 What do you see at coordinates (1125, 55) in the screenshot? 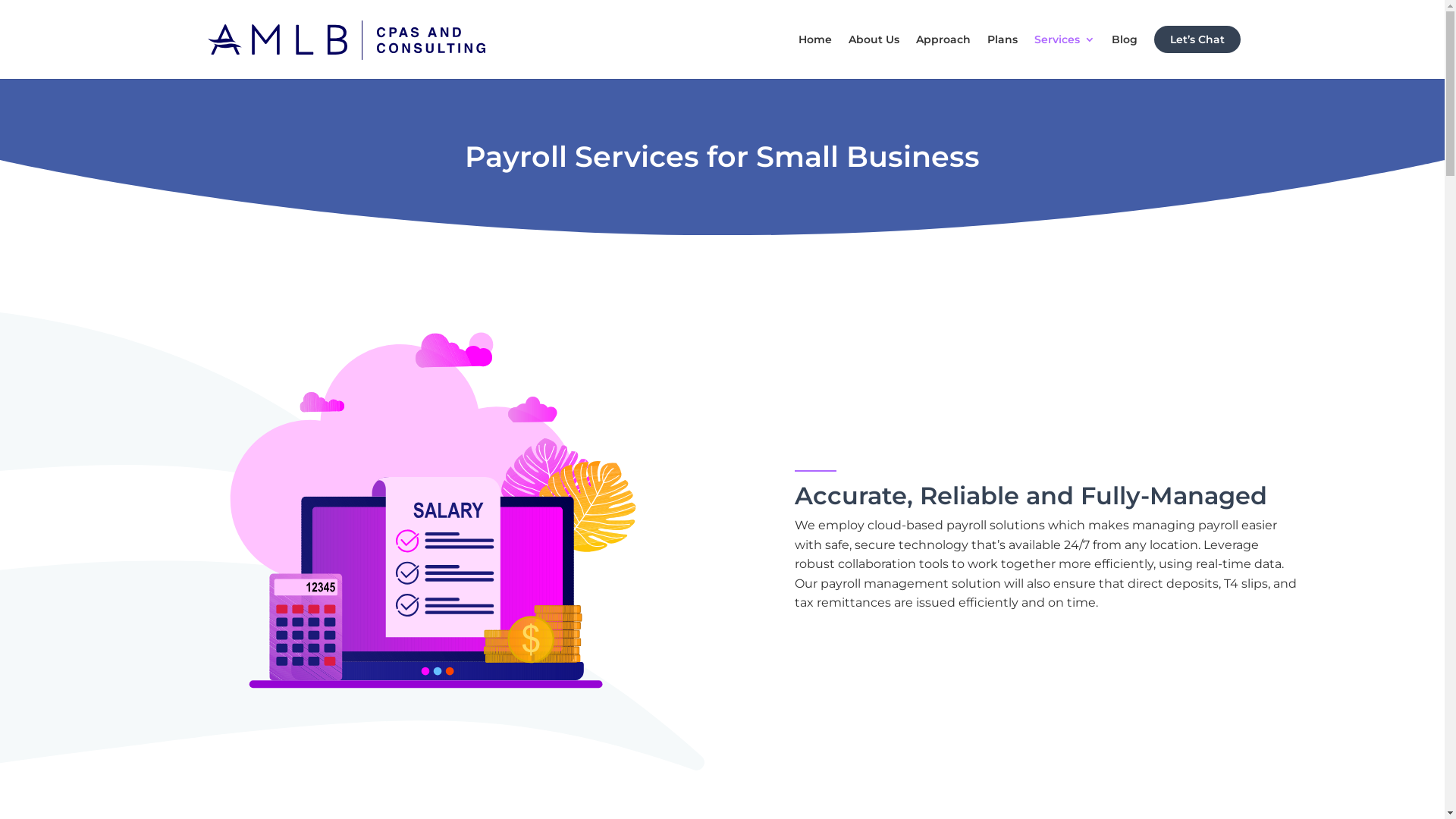
I see `'Blog'` at bounding box center [1125, 55].